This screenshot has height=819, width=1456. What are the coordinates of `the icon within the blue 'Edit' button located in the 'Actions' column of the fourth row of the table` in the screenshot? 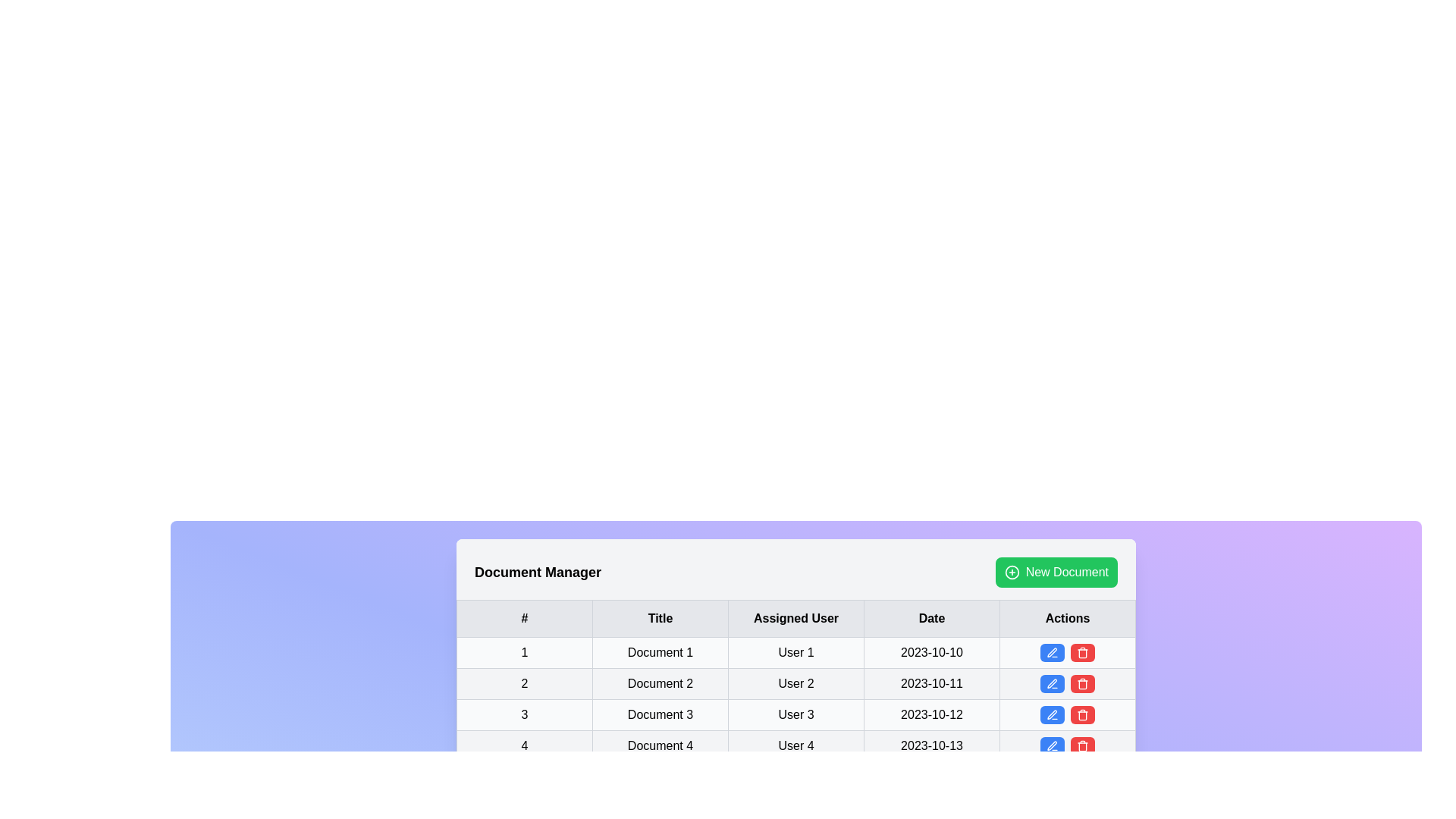 It's located at (1051, 745).